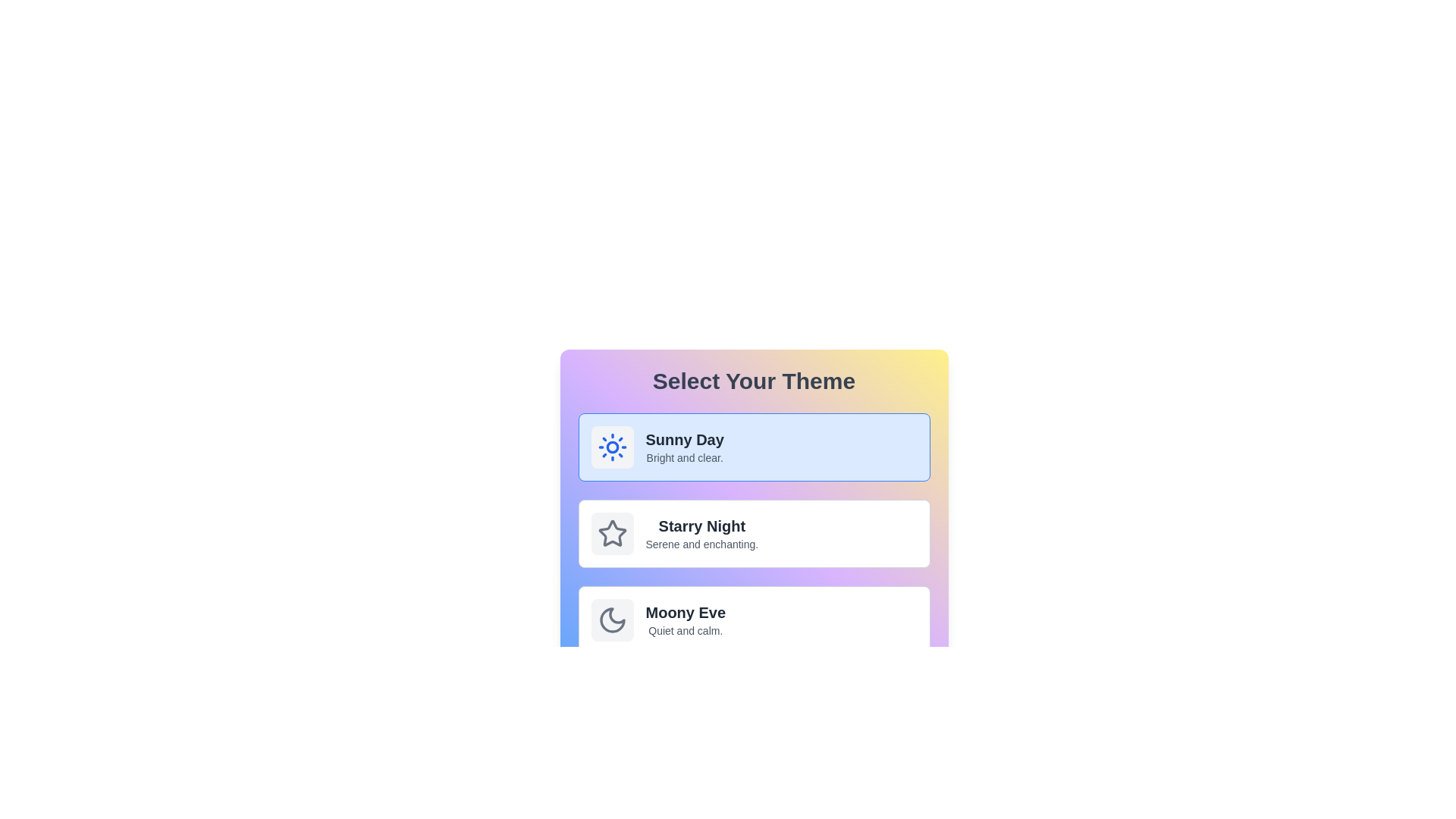  Describe the element at coordinates (684, 457) in the screenshot. I see `the text label displaying 'Bright and clear' which is located below the header 'Sunny Day' within a light blue rectangular card` at that location.